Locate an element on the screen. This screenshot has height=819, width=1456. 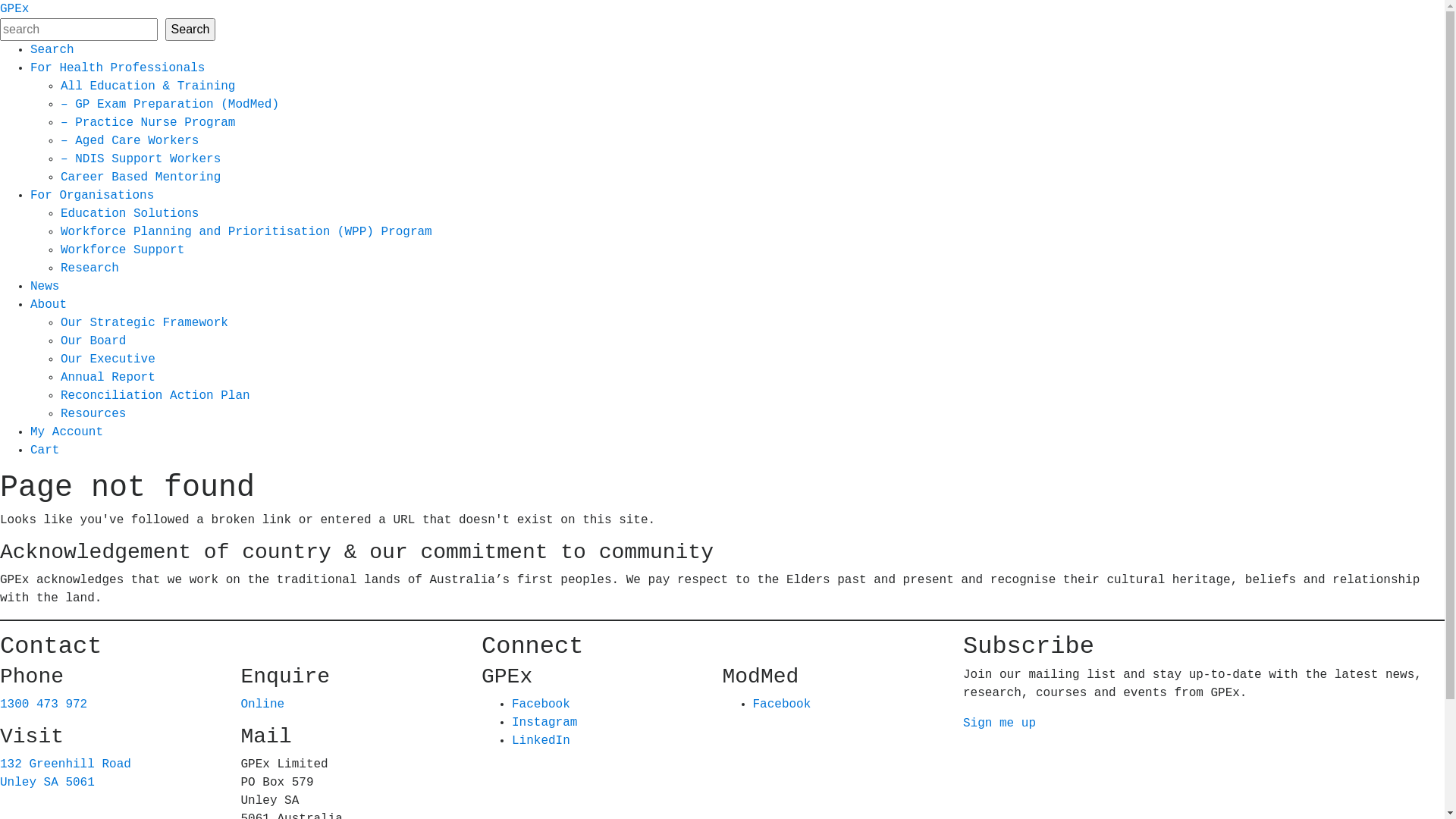
'132 Greenhill Road is located at coordinates (64, 773).